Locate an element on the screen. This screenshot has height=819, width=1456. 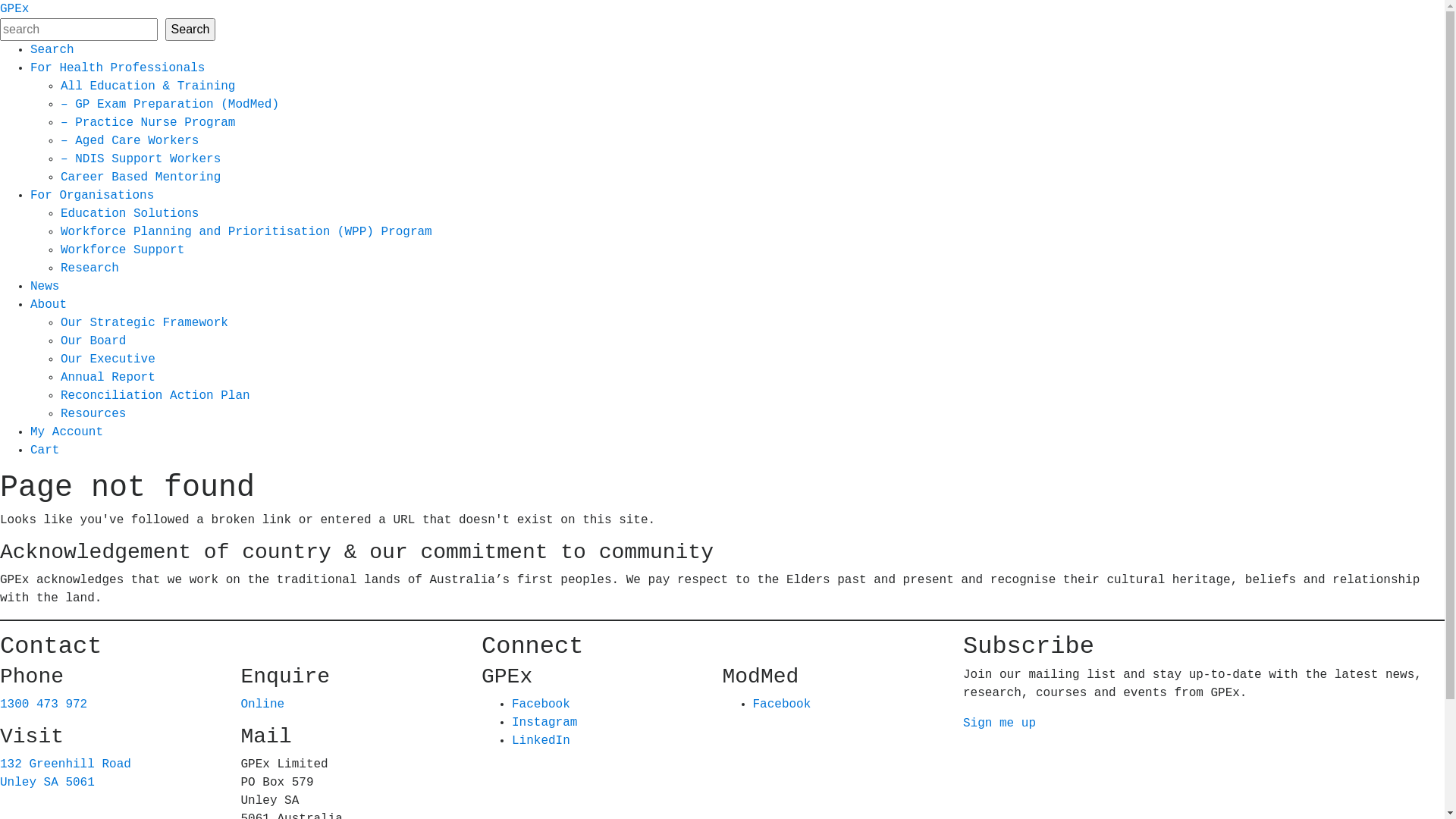
'132 Greenhill Road is located at coordinates (64, 773).